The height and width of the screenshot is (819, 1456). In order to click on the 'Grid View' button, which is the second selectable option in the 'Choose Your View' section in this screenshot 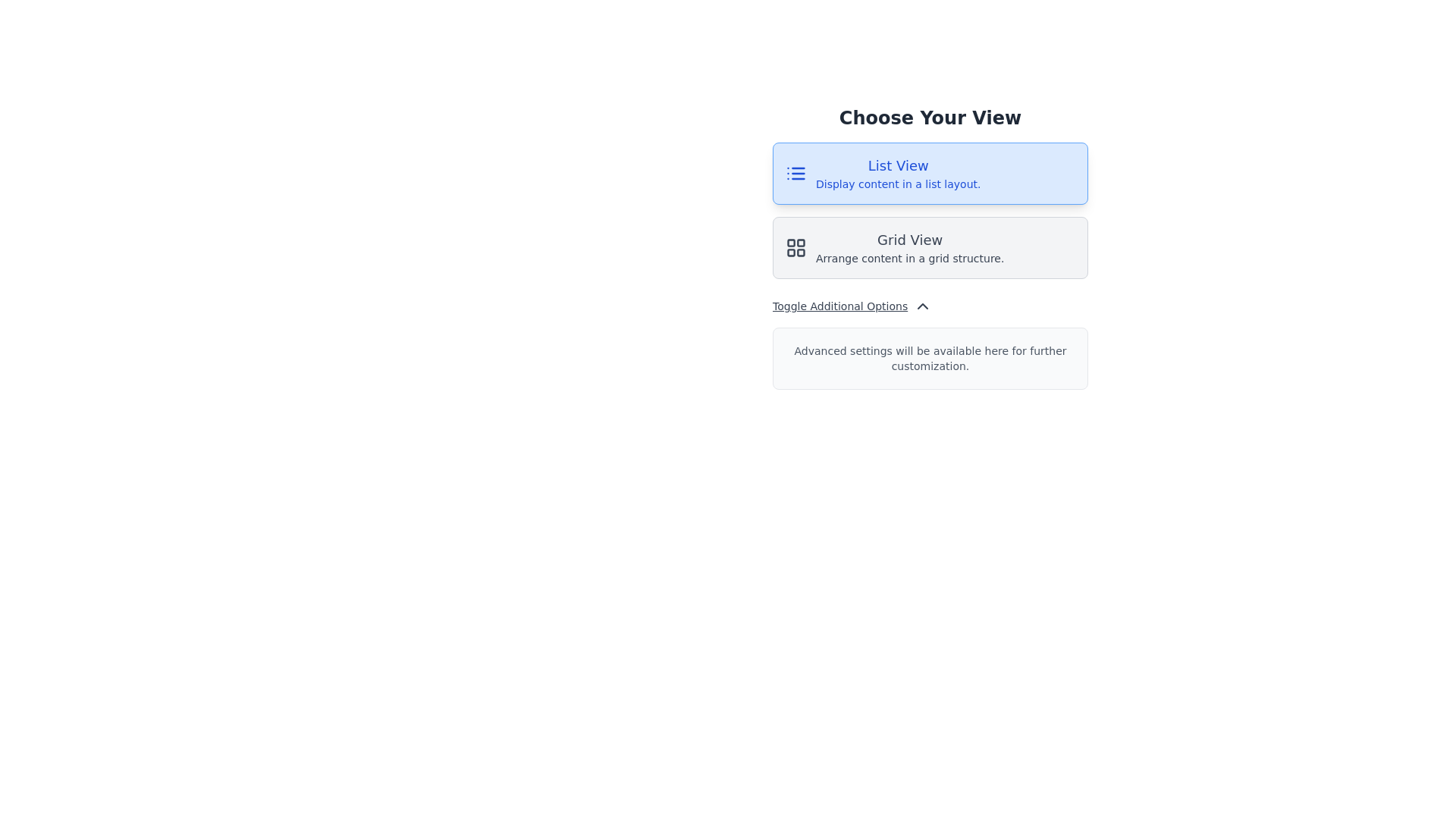, I will do `click(930, 247)`.